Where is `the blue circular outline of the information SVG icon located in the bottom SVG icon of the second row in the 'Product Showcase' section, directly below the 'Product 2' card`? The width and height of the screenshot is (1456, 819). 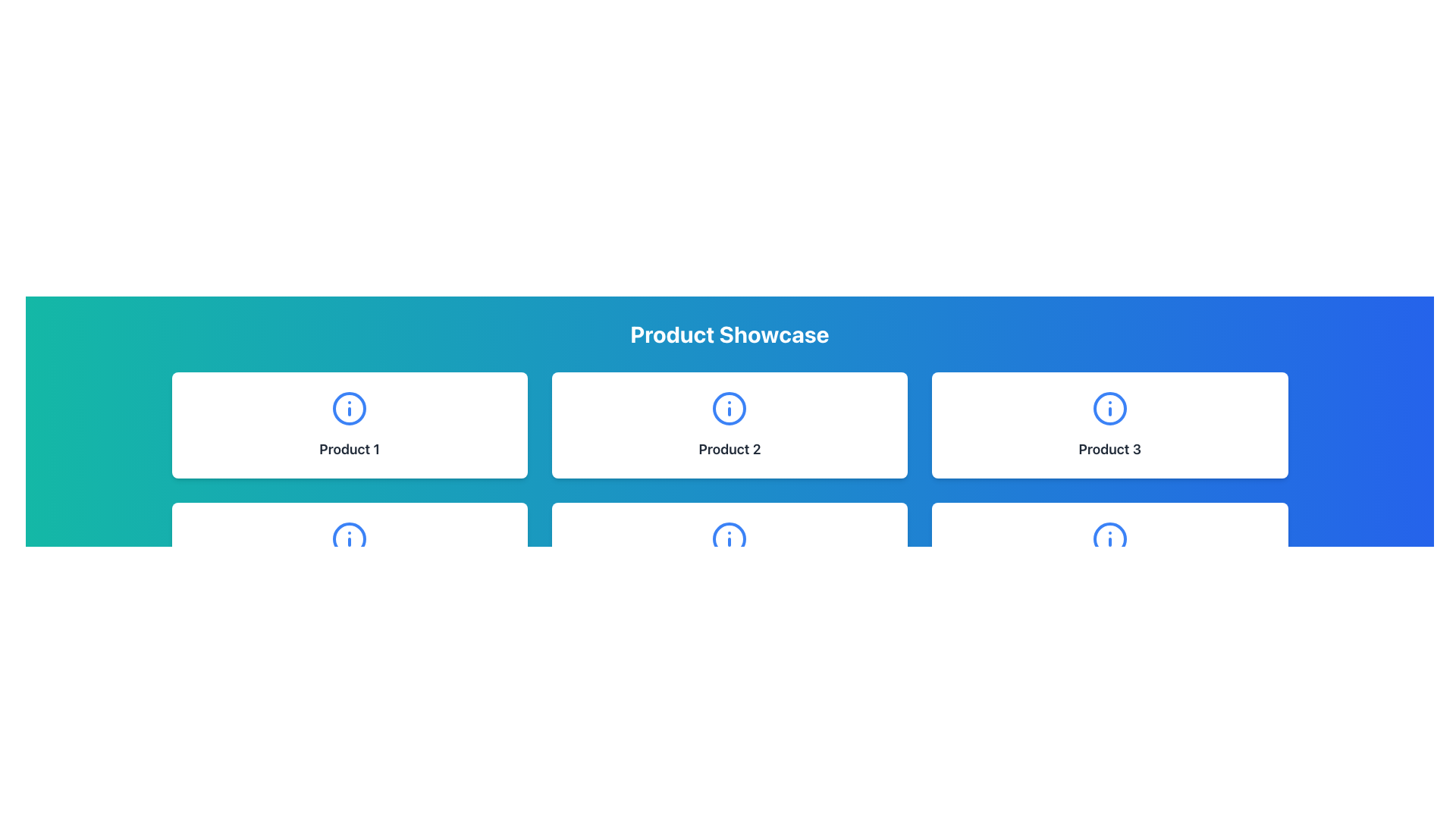 the blue circular outline of the information SVG icon located in the bottom SVG icon of the second row in the 'Product Showcase' section, directly below the 'Product 2' card is located at coordinates (730, 538).